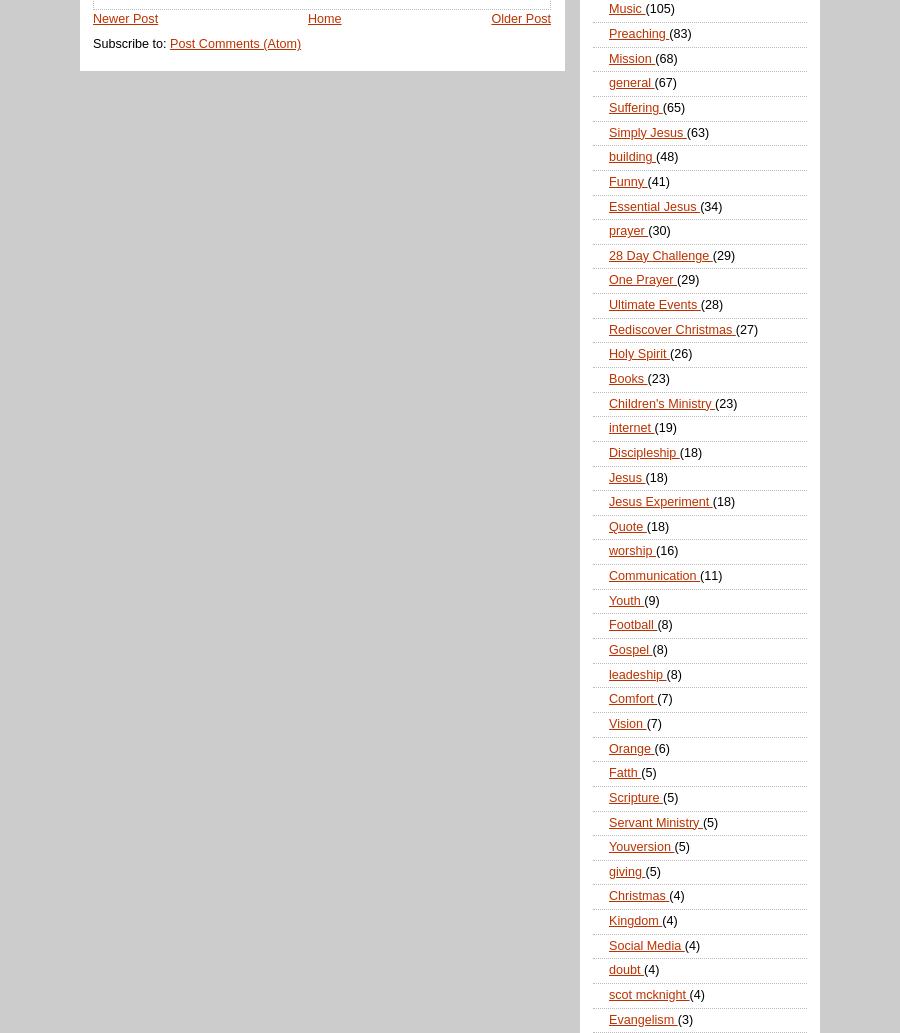 The height and width of the screenshot is (1033, 900). What do you see at coordinates (632, 699) in the screenshot?
I see `'Comfort'` at bounding box center [632, 699].